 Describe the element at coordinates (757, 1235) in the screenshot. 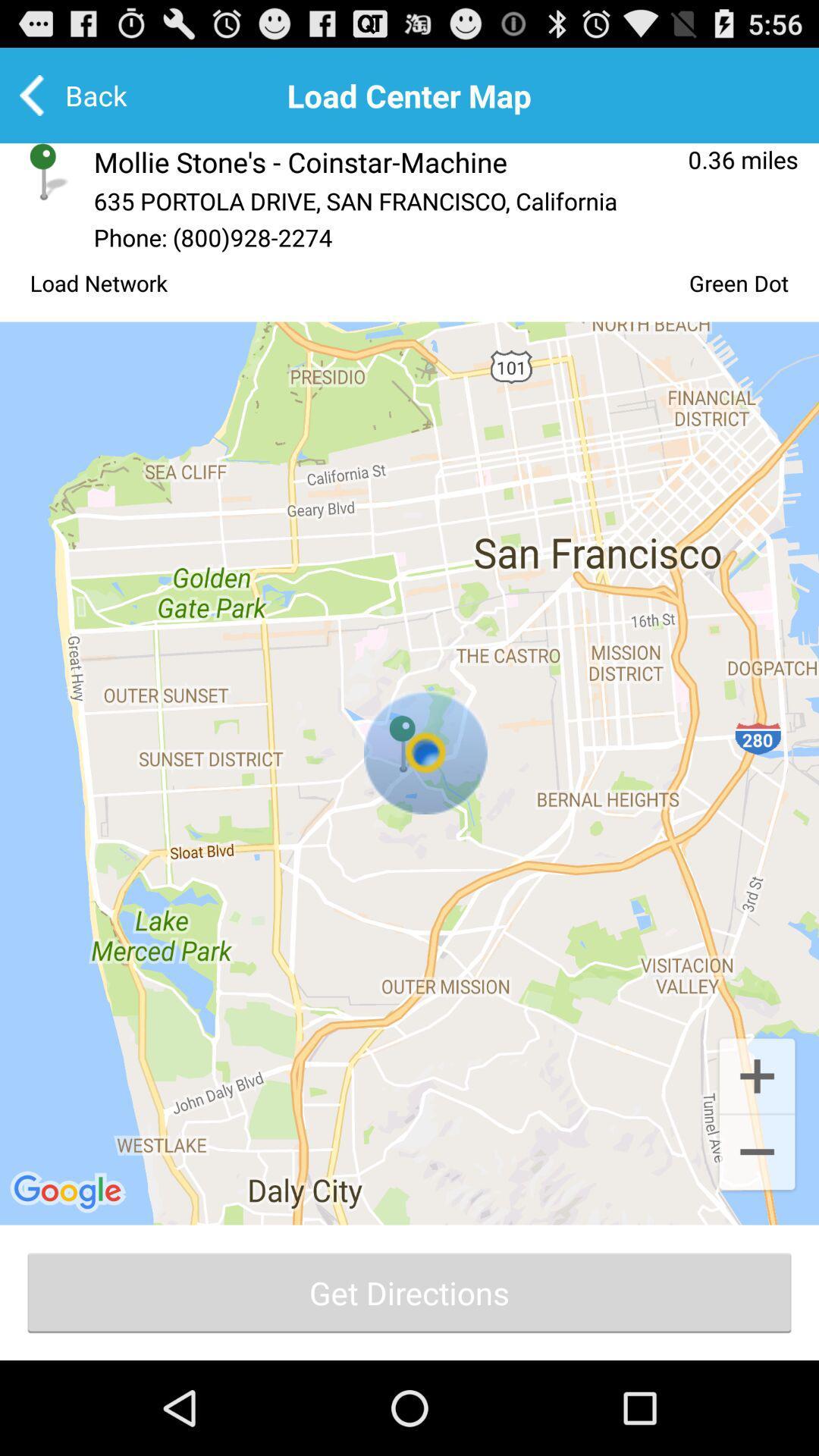

I see `the minus icon` at that location.